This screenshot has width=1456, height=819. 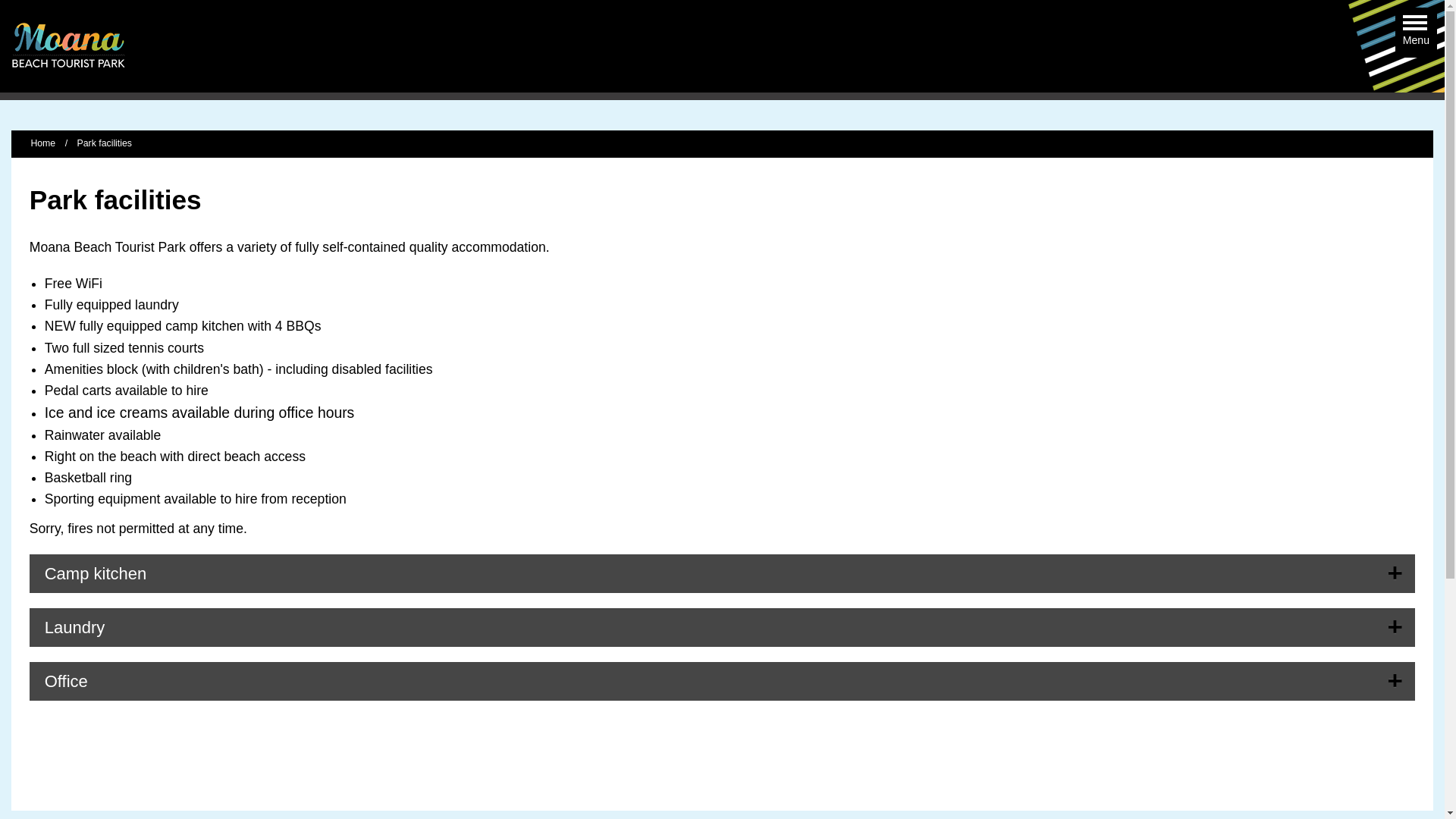 I want to click on 'Menu', so click(x=1401, y=25).